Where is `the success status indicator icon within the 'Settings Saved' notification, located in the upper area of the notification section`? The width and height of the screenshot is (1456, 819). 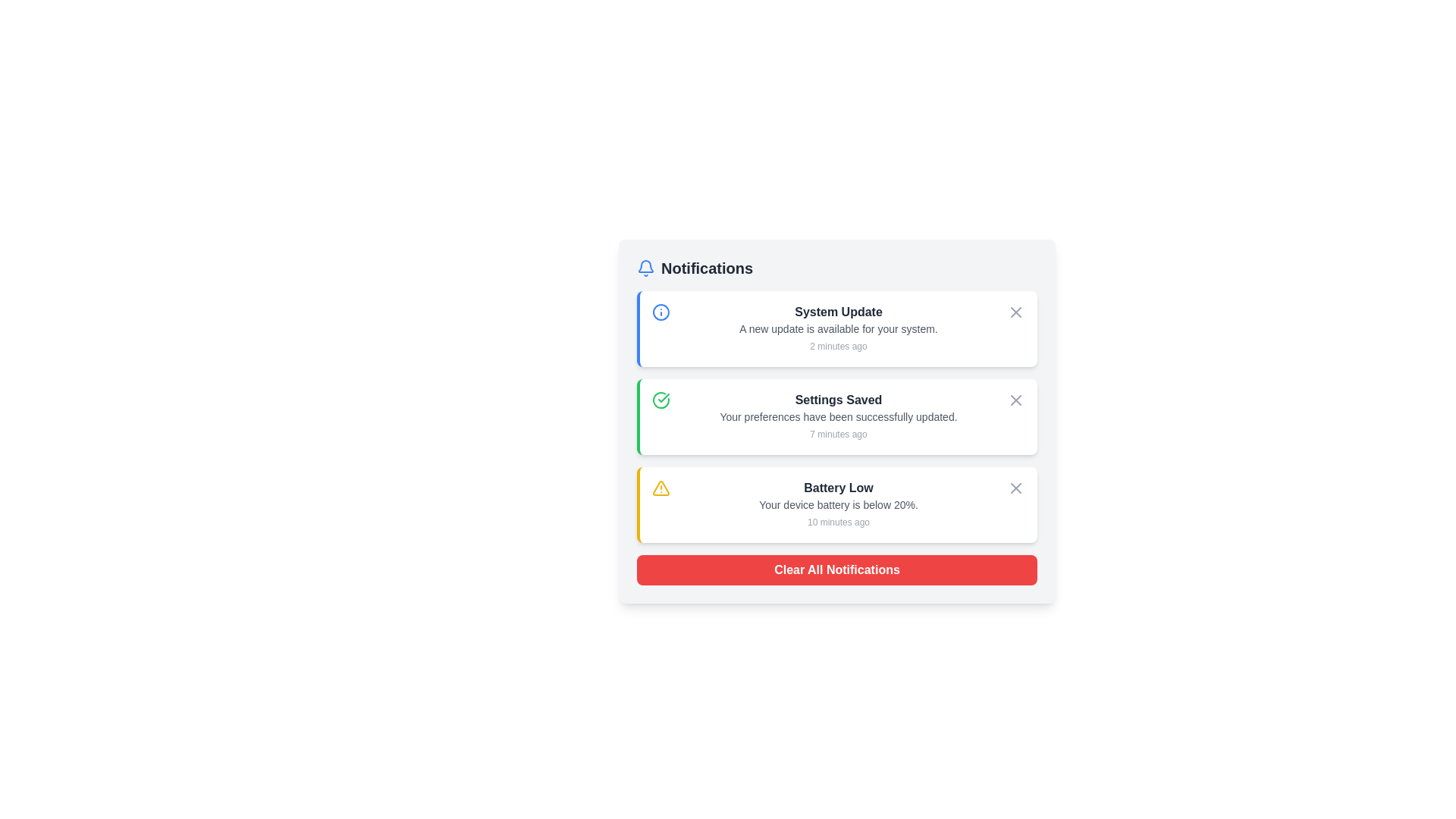
the success status indicator icon within the 'Settings Saved' notification, located in the upper area of the notification section is located at coordinates (664, 397).